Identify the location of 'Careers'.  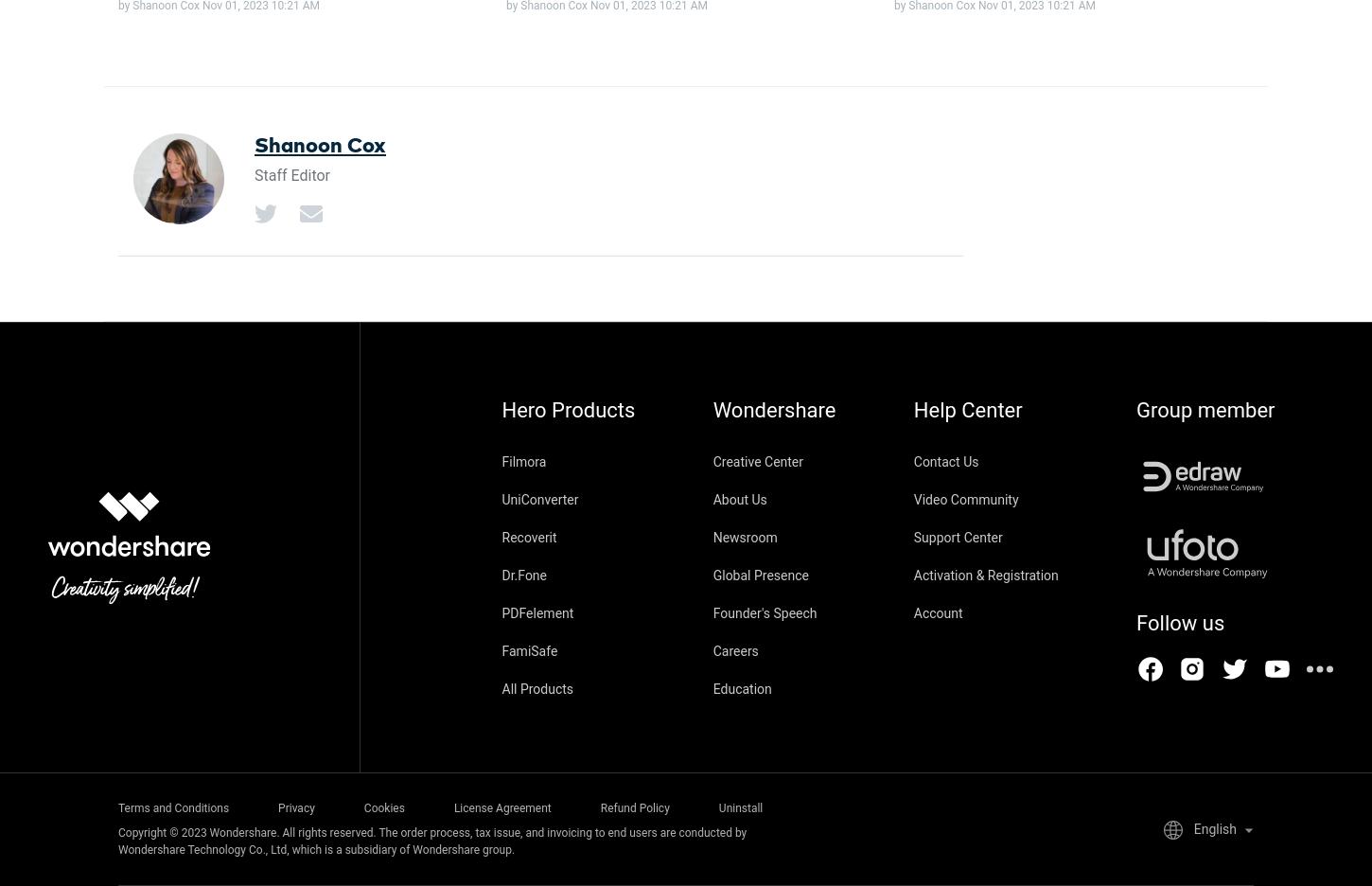
(735, 650).